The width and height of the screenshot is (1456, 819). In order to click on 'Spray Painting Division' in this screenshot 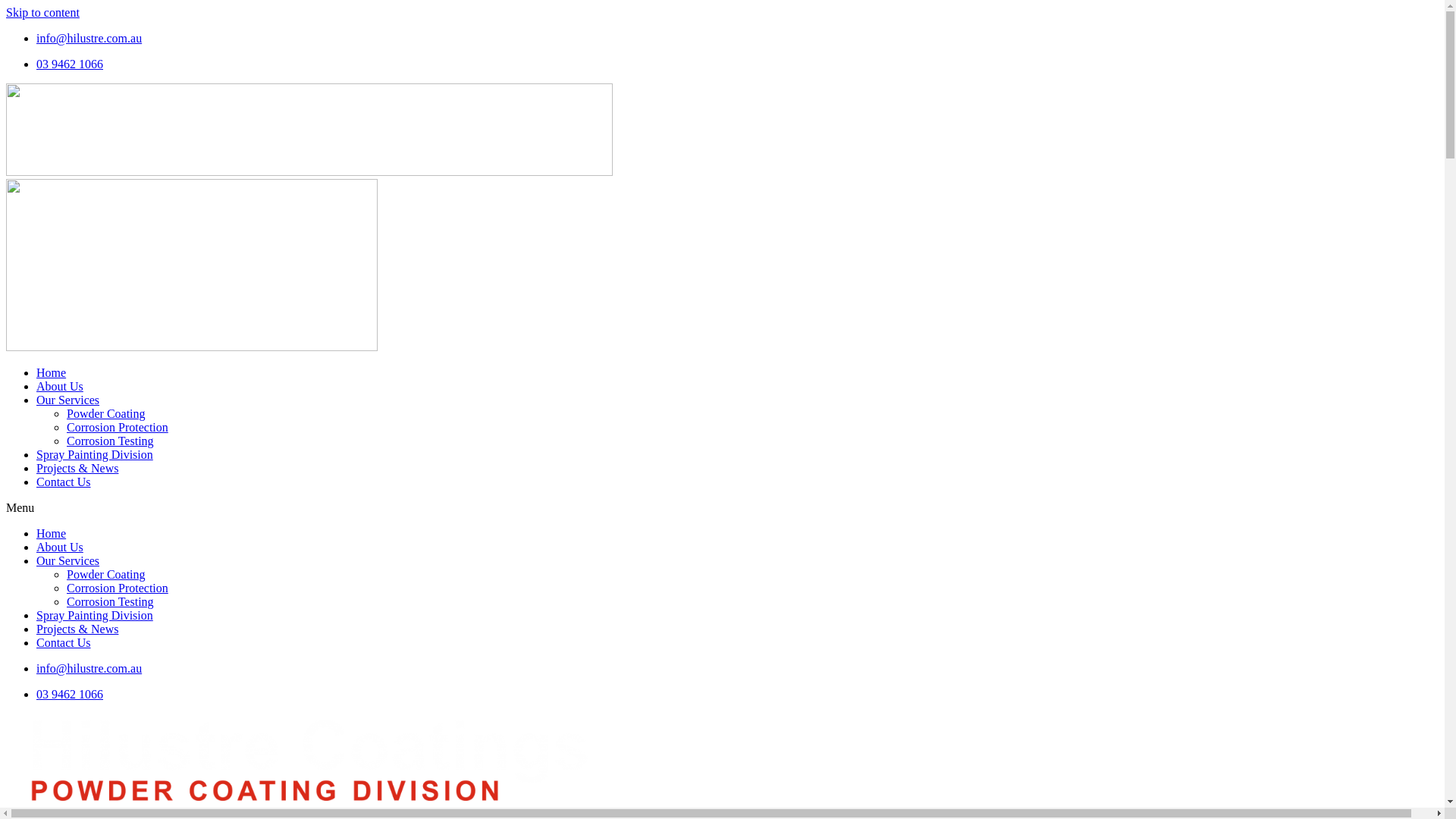, I will do `click(93, 615)`.